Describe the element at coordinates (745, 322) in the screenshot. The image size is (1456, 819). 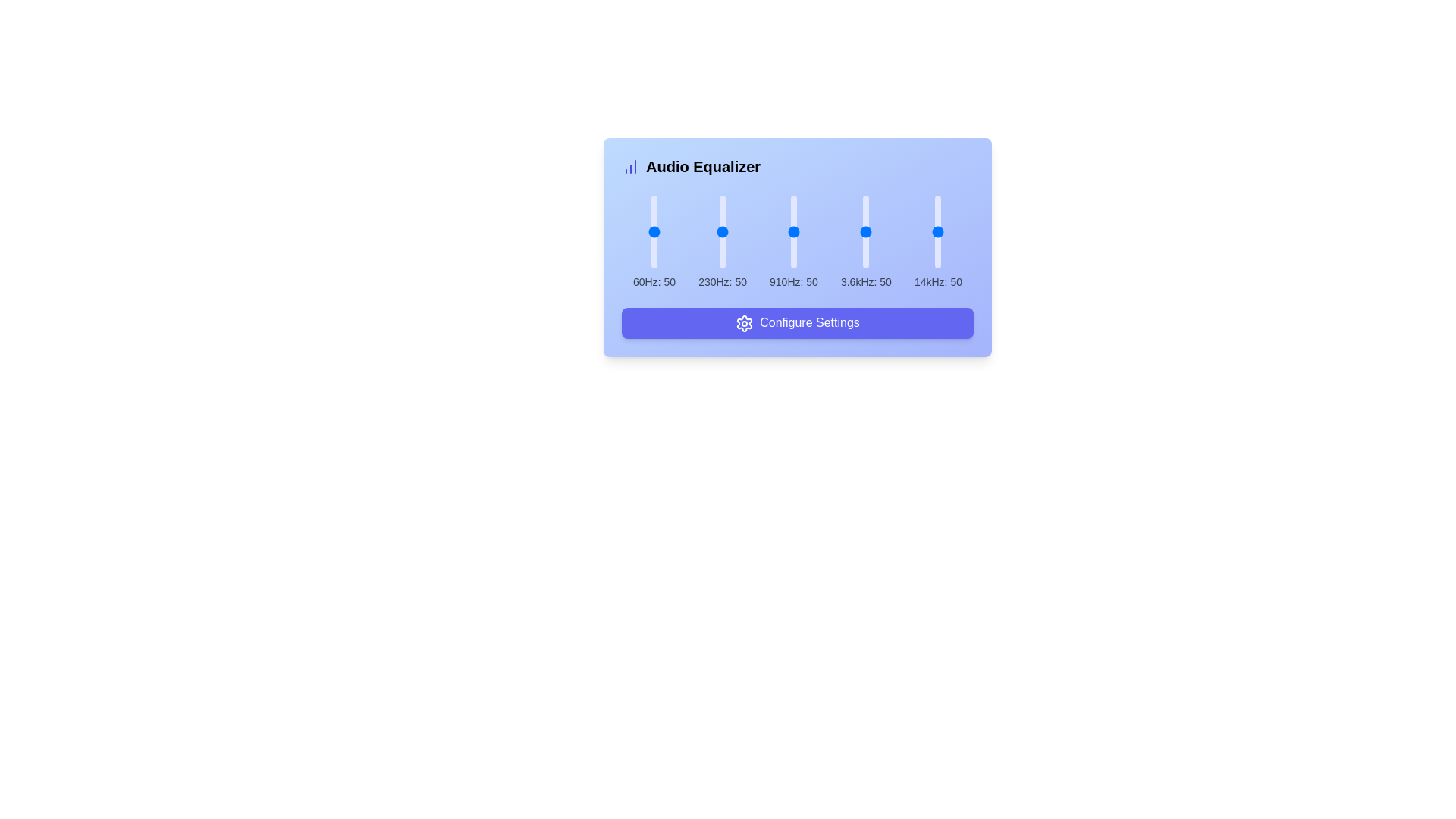
I see `the gear-shaped settings icon with an indigo background, located to the left of the 'Configure Settings' button` at that location.